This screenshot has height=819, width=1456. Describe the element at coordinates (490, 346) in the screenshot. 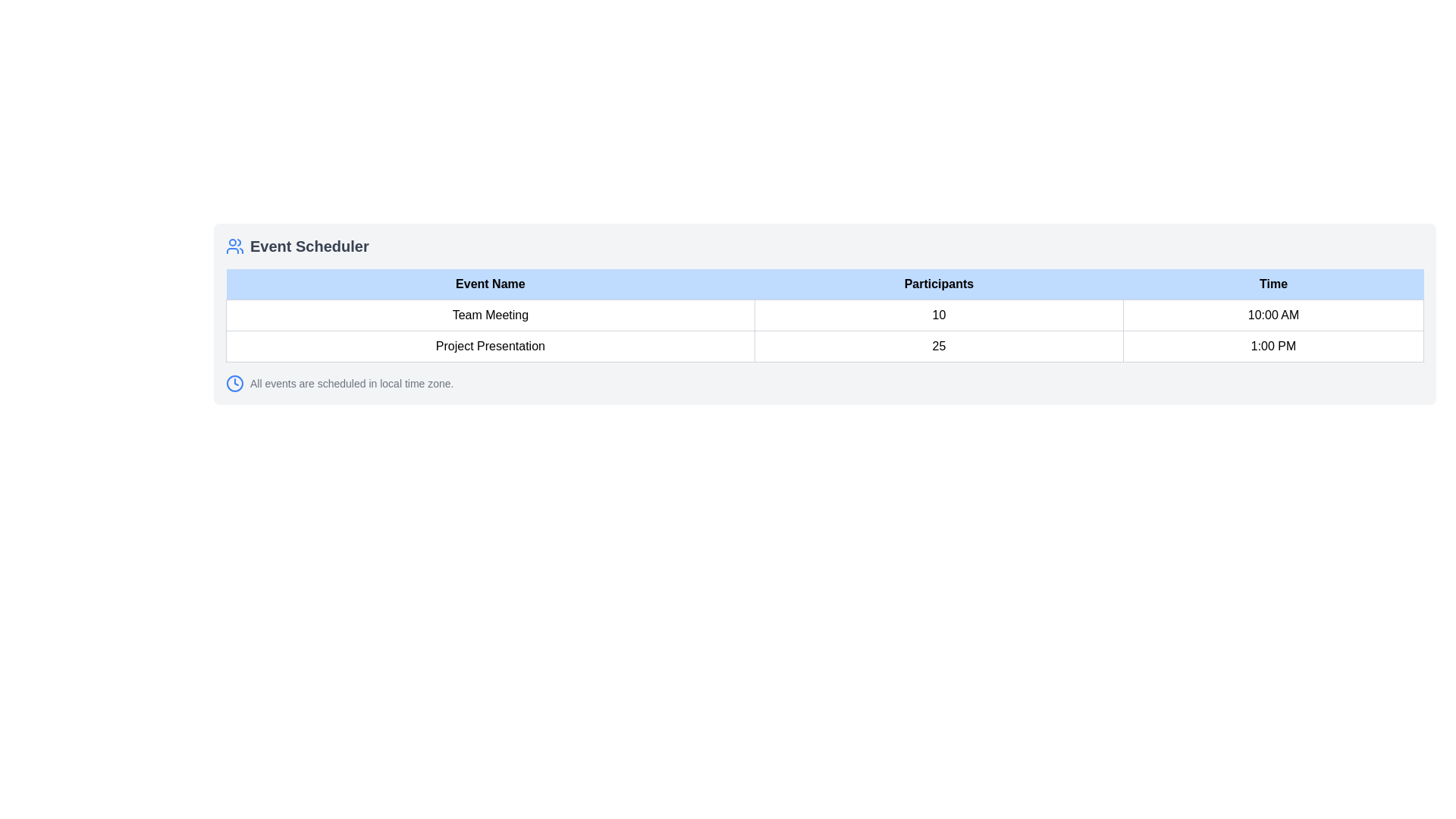

I see `the text label displaying 'Project Presentation' located in the first cell of the 'Event Name' column within the table` at that location.